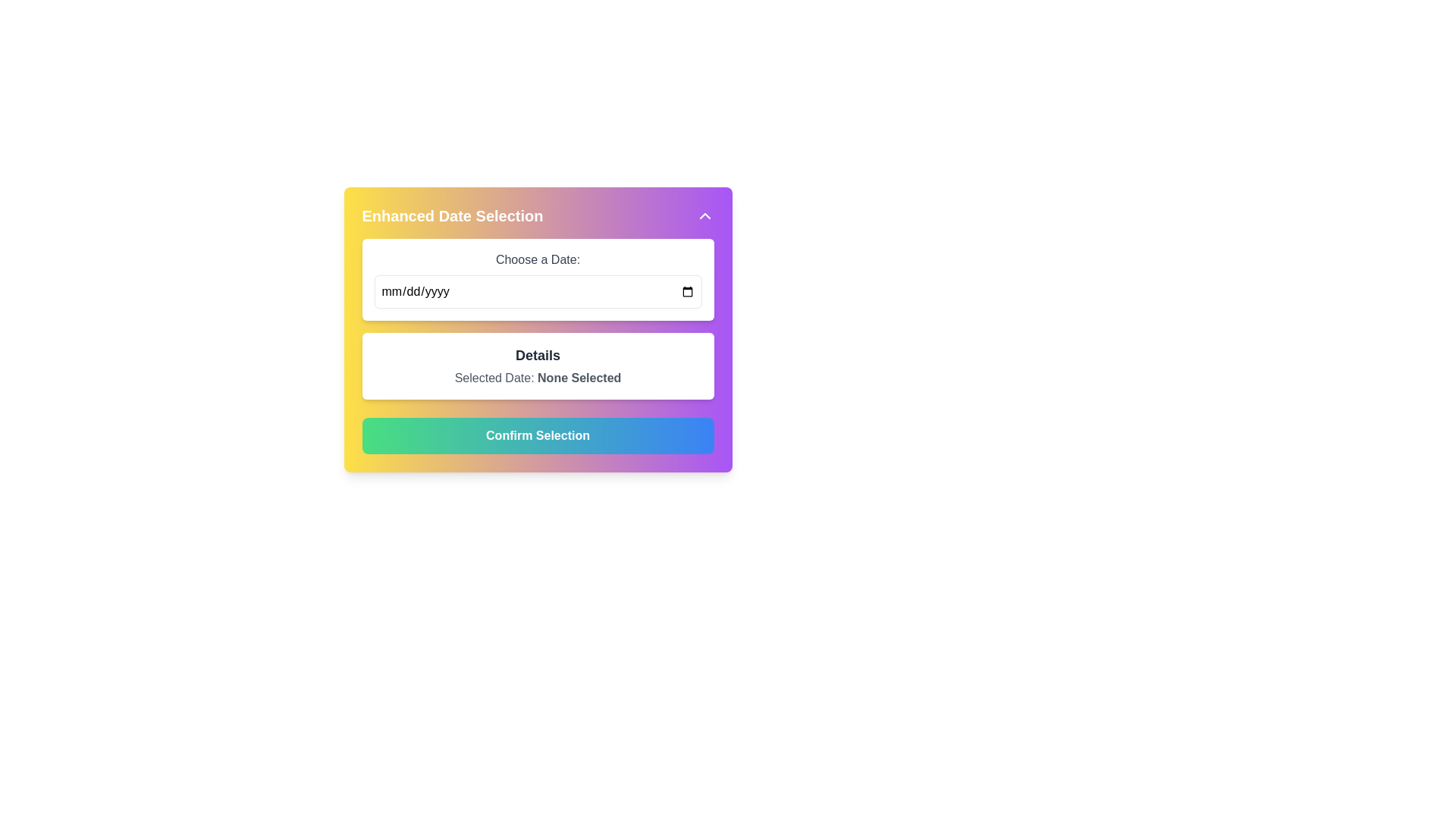  I want to click on the Information box which displays details about a selected date, currently showing 'None Selected', so click(538, 366).